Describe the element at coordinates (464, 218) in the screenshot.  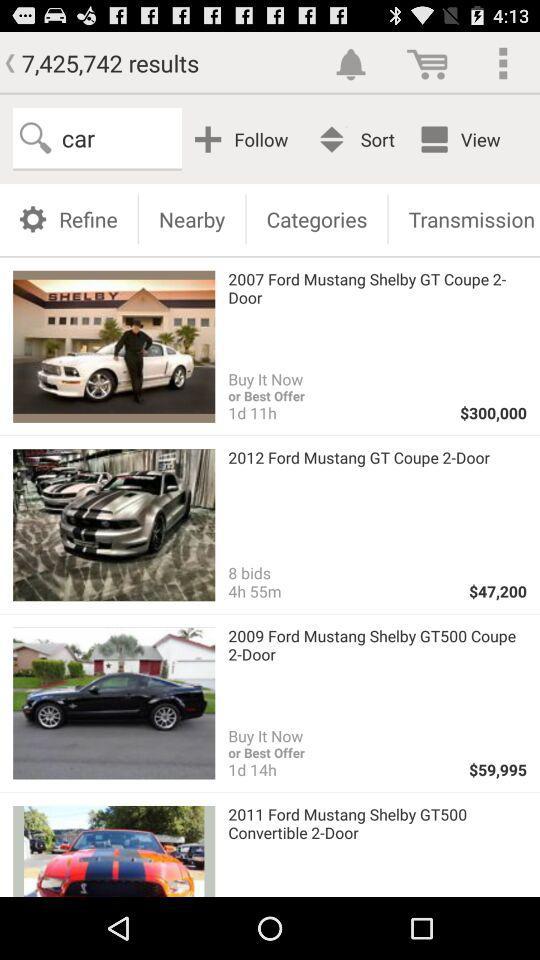
I see `the app below the view icon` at that location.